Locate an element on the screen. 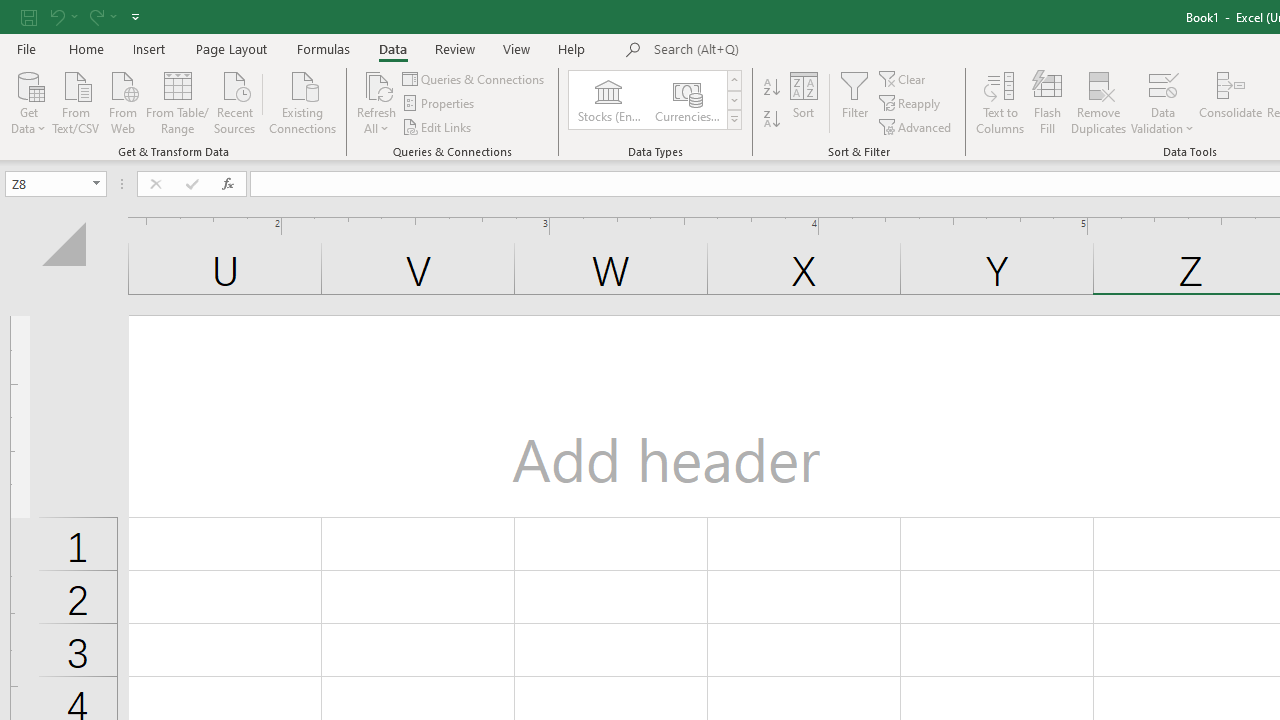 The width and height of the screenshot is (1280, 720). 'Properties' is located at coordinates (439, 103).